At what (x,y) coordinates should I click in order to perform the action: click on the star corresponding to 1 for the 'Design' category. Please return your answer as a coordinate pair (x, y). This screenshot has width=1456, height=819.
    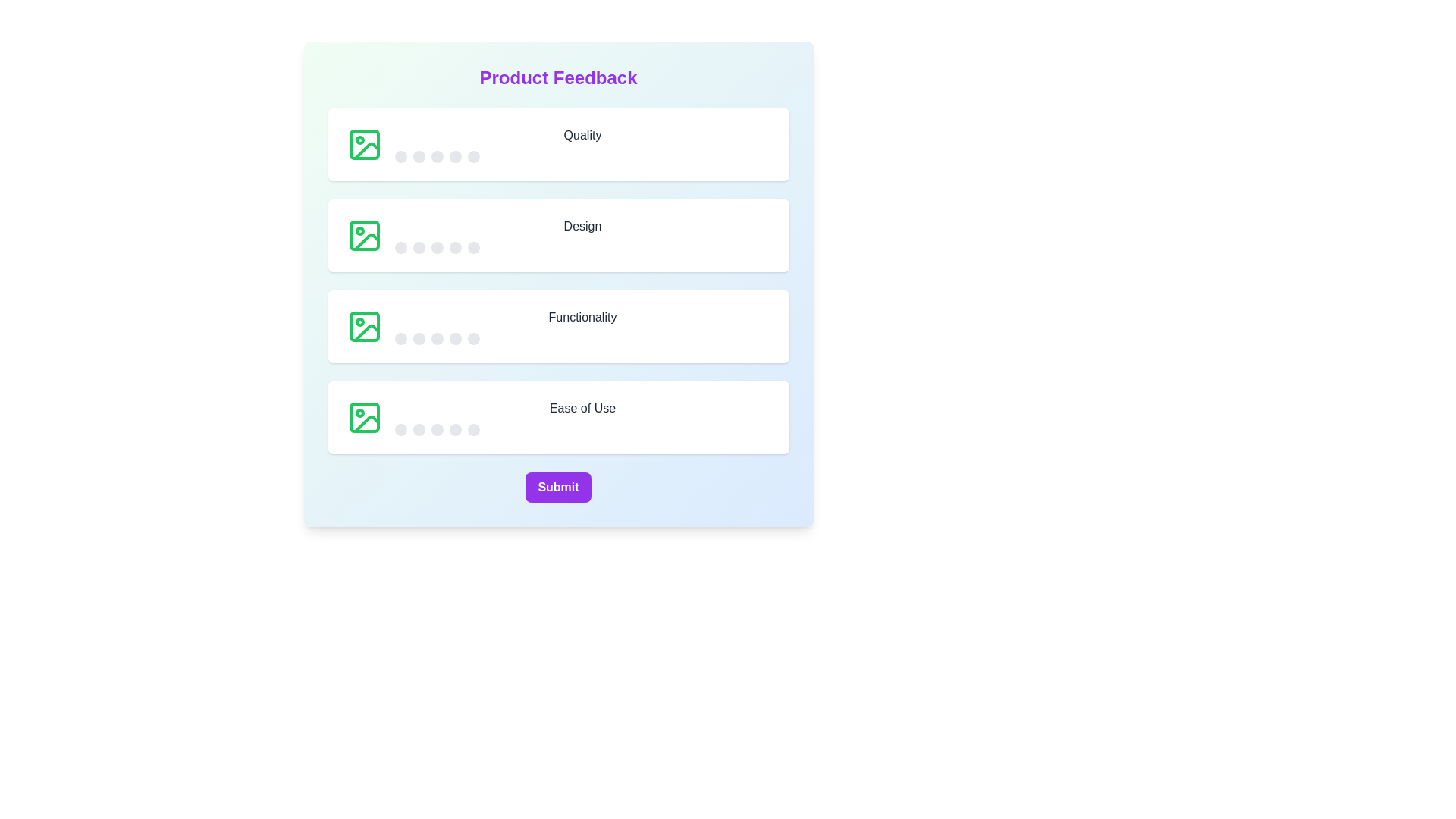
    Looking at the image, I should click on (400, 247).